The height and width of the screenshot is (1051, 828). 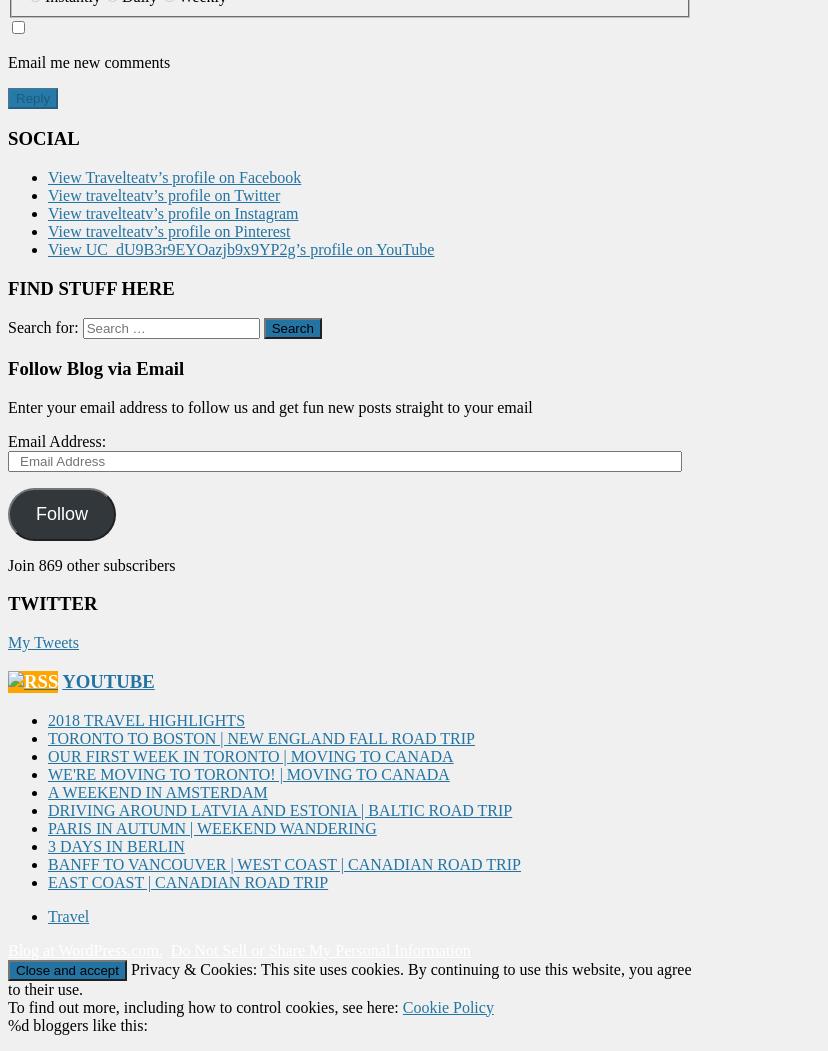 I want to click on 'Follow', so click(x=60, y=512).